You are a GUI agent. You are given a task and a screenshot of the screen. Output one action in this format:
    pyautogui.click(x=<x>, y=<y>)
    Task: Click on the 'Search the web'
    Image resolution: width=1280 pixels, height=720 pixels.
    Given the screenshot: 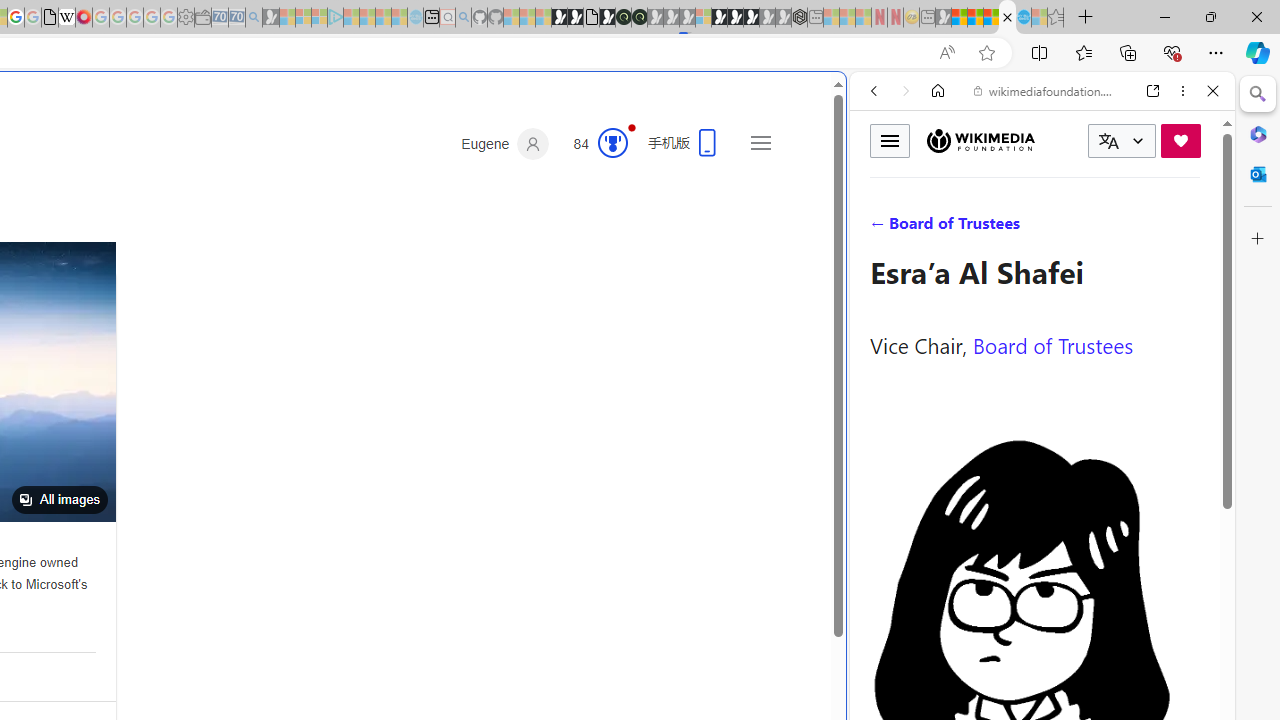 What is the action you would take?
    pyautogui.click(x=1051, y=137)
    